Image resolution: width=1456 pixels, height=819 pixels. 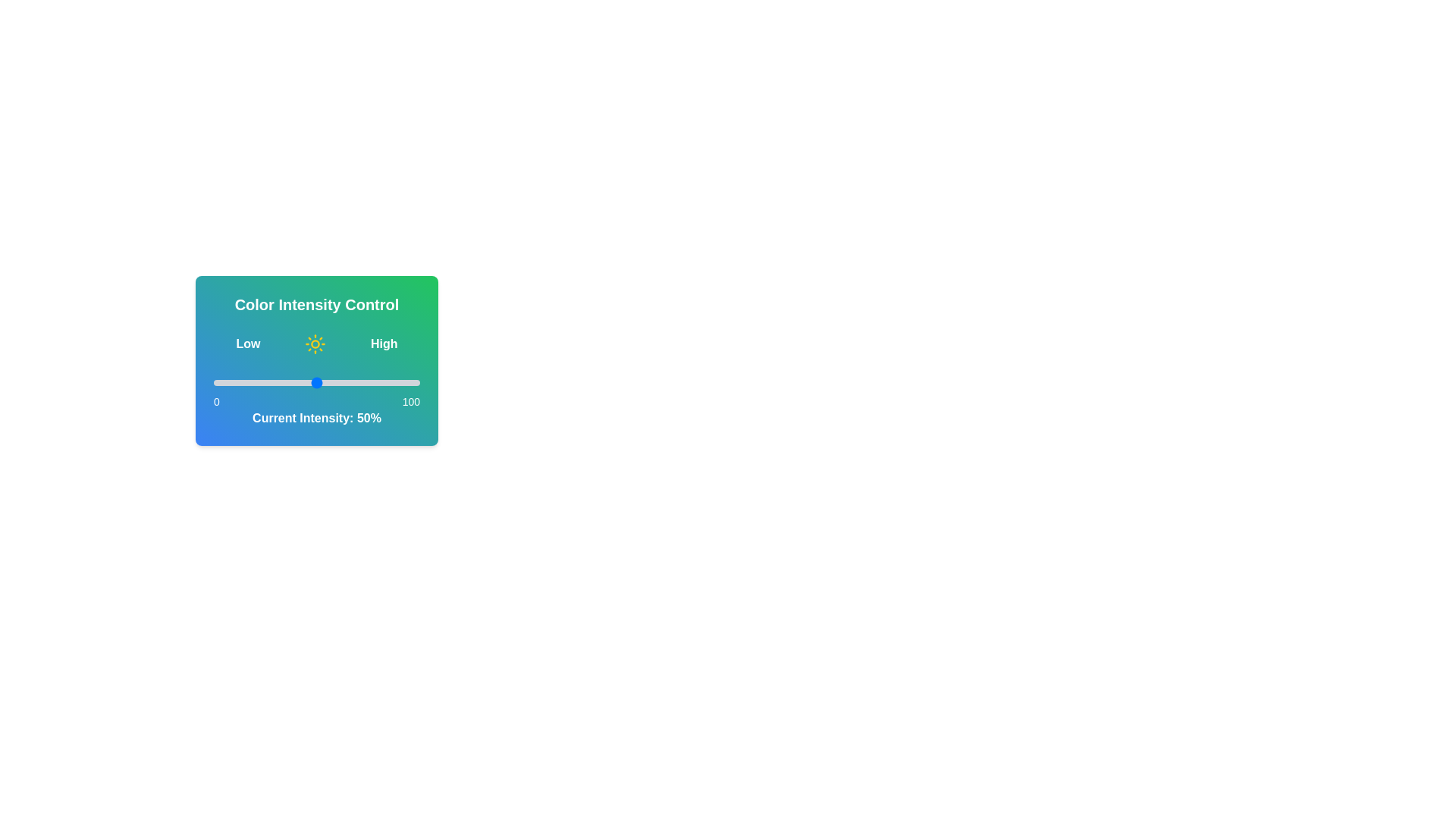 What do you see at coordinates (393, 382) in the screenshot?
I see `the color intensity` at bounding box center [393, 382].